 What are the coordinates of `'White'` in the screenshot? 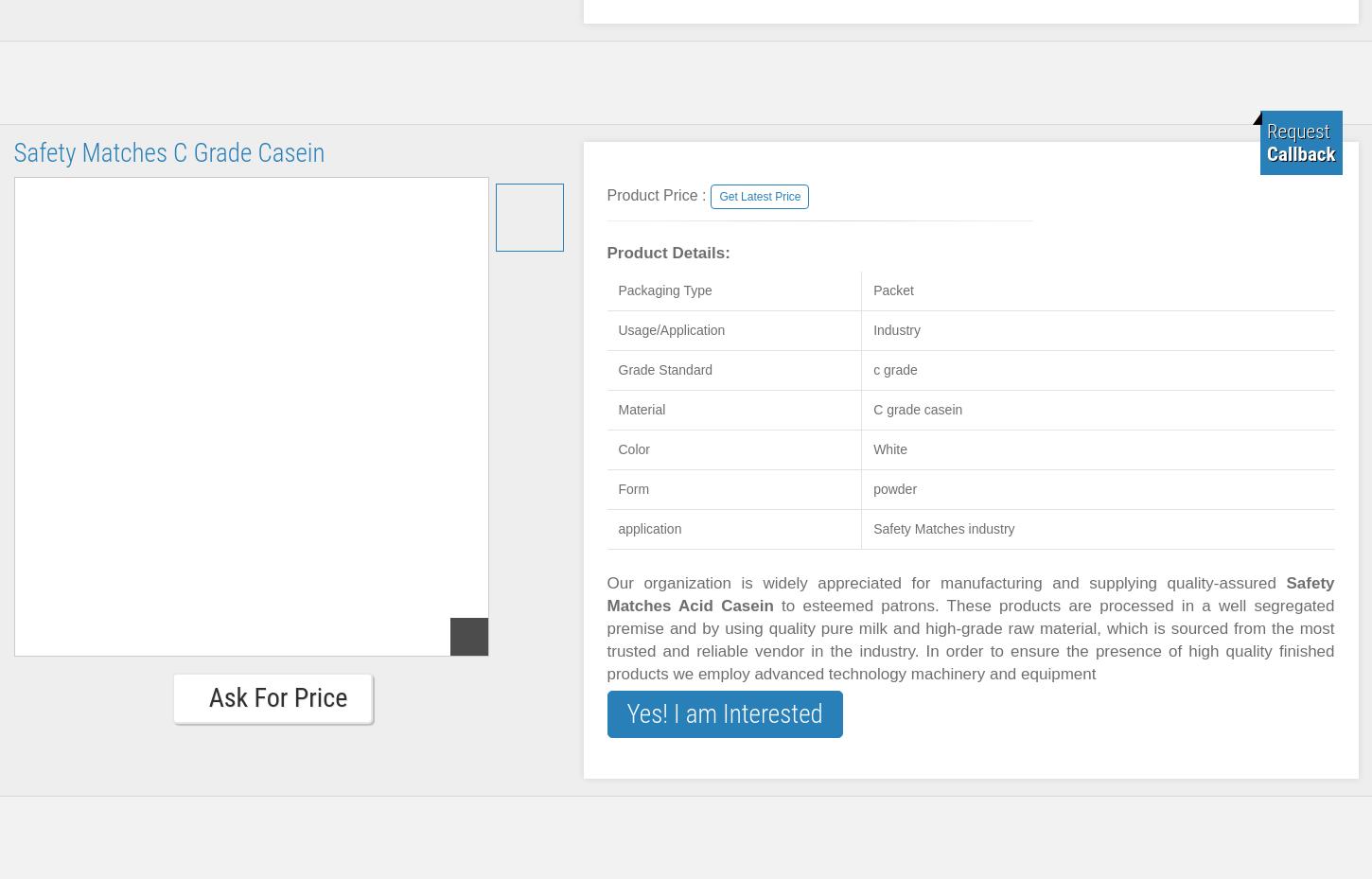 It's located at (888, 448).